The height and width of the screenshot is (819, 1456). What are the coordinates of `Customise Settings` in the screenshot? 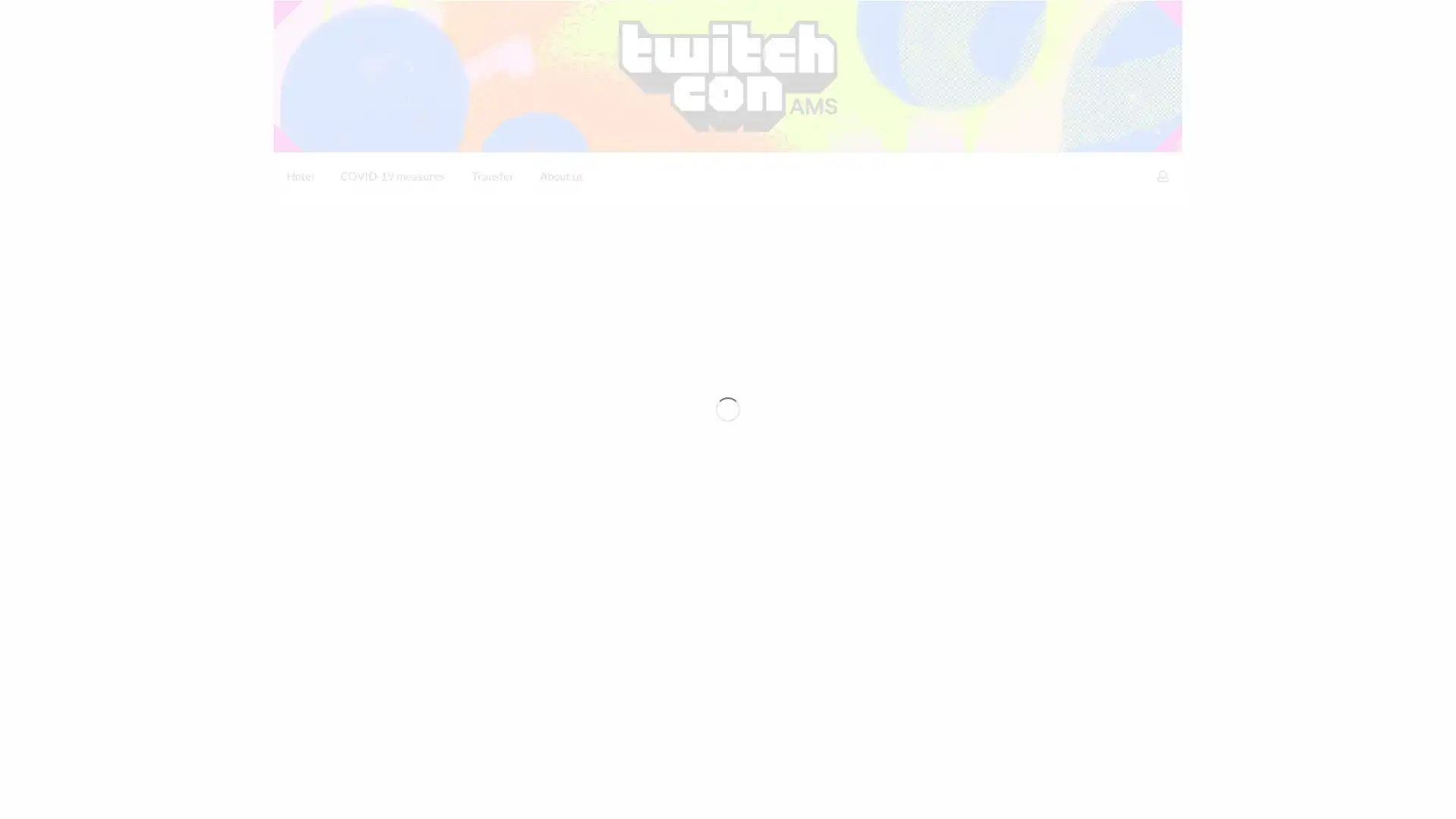 It's located at (932, 794).